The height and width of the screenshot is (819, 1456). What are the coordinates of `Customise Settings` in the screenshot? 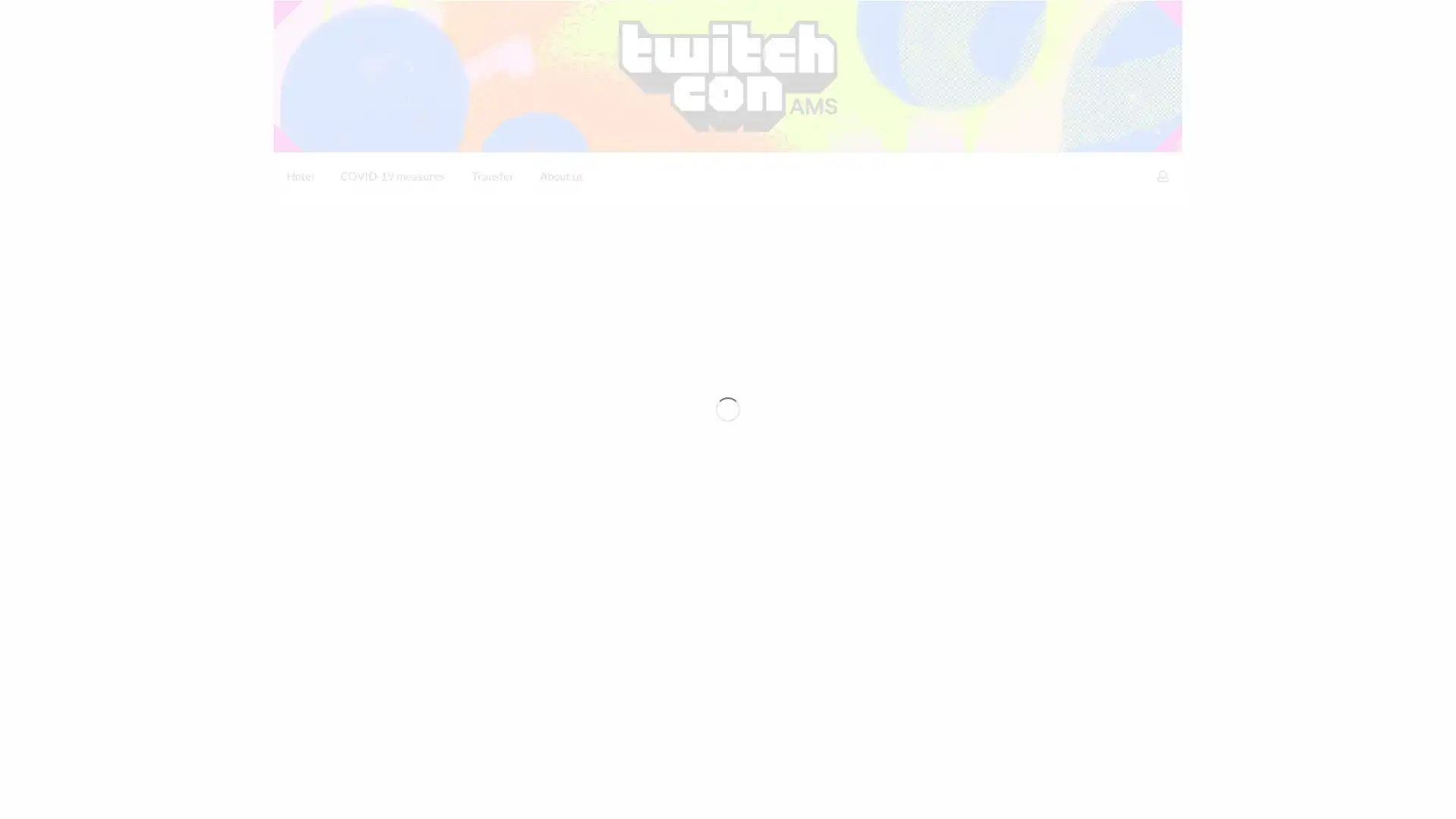 It's located at (932, 794).